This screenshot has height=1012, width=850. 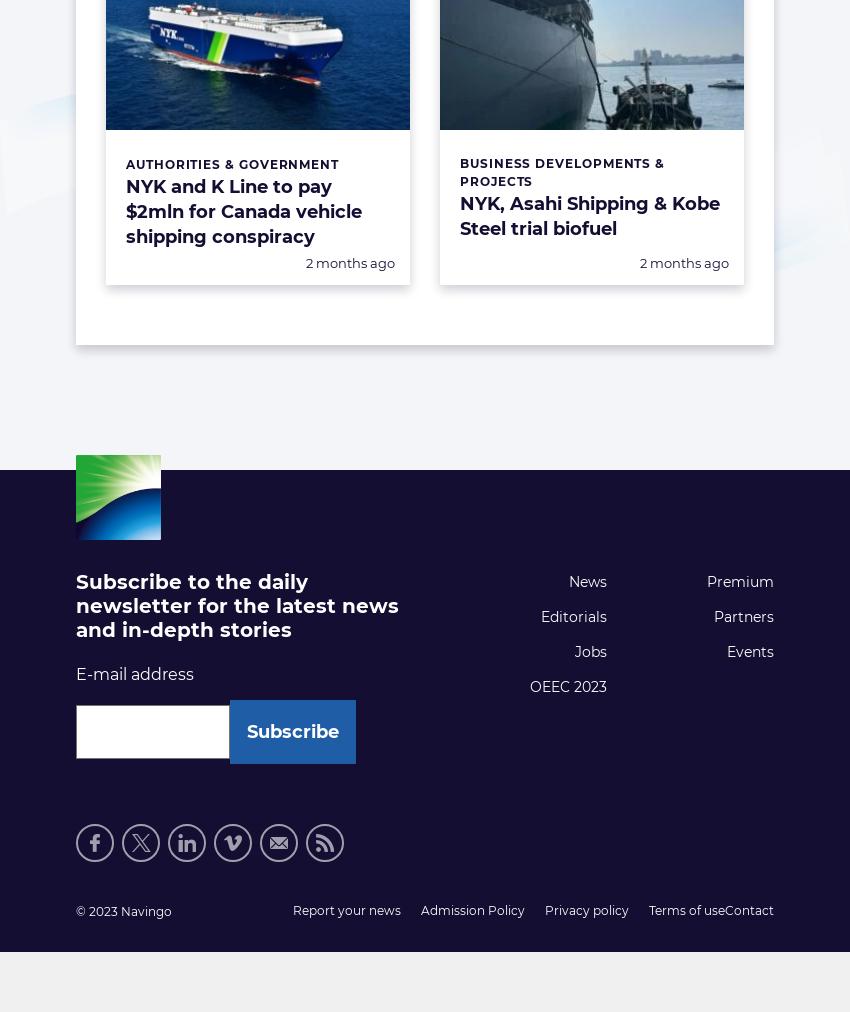 I want to click on 'Privacy policy', so click(x=587, y=910).